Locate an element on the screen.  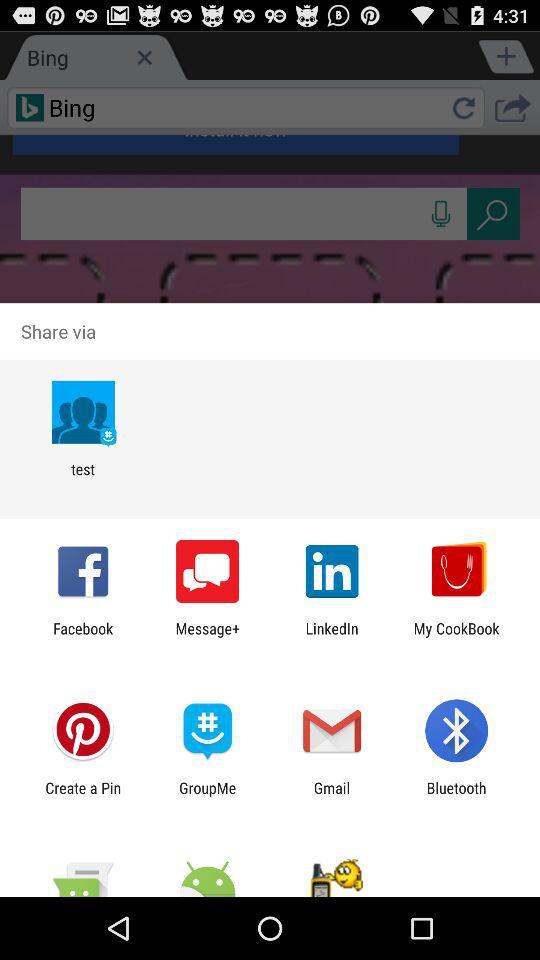
app next to linkedin icon is located at coordinates (206, 636).